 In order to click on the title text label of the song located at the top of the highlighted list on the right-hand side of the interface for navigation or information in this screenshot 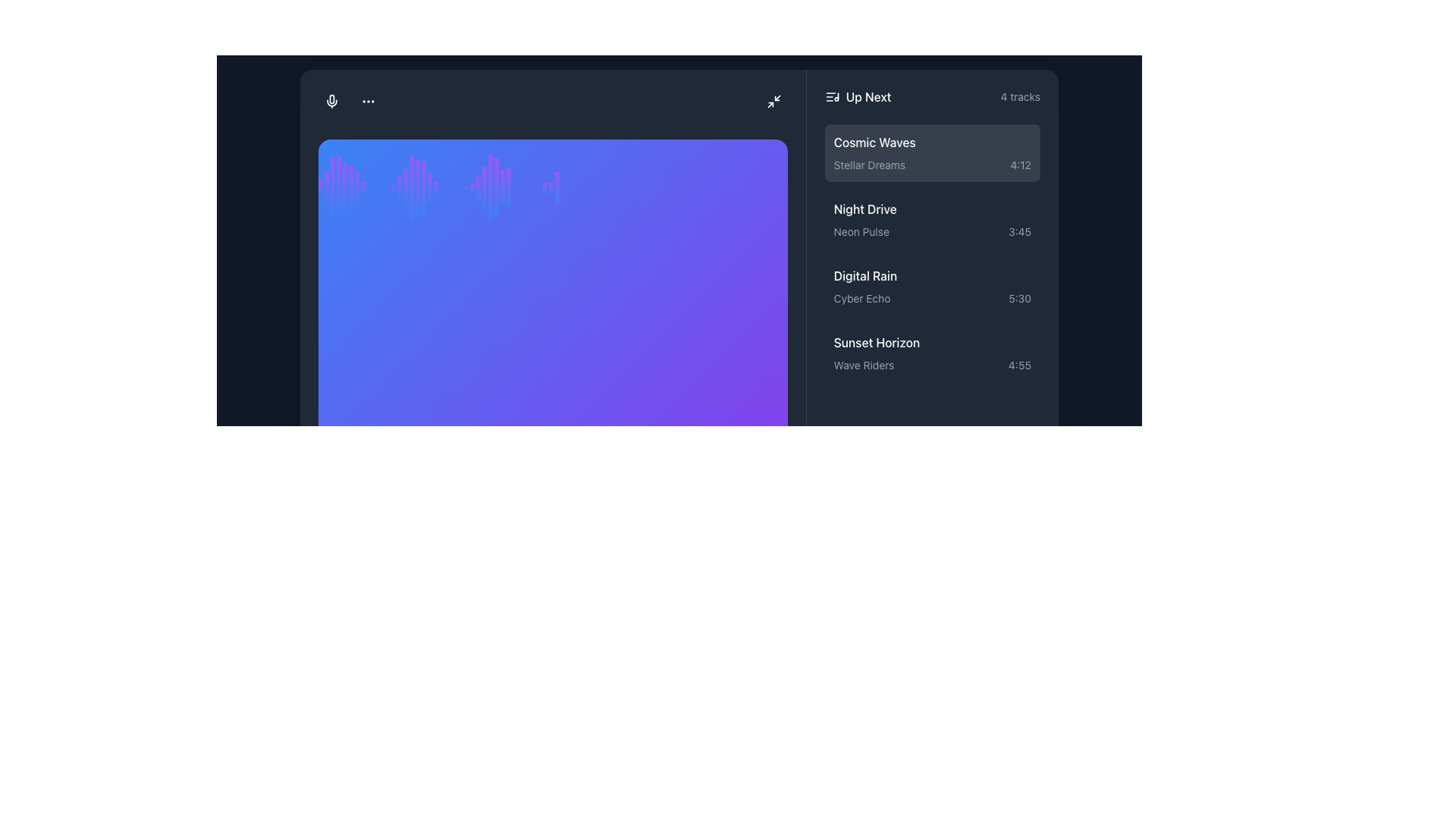, I will do `click(874, 142)`.